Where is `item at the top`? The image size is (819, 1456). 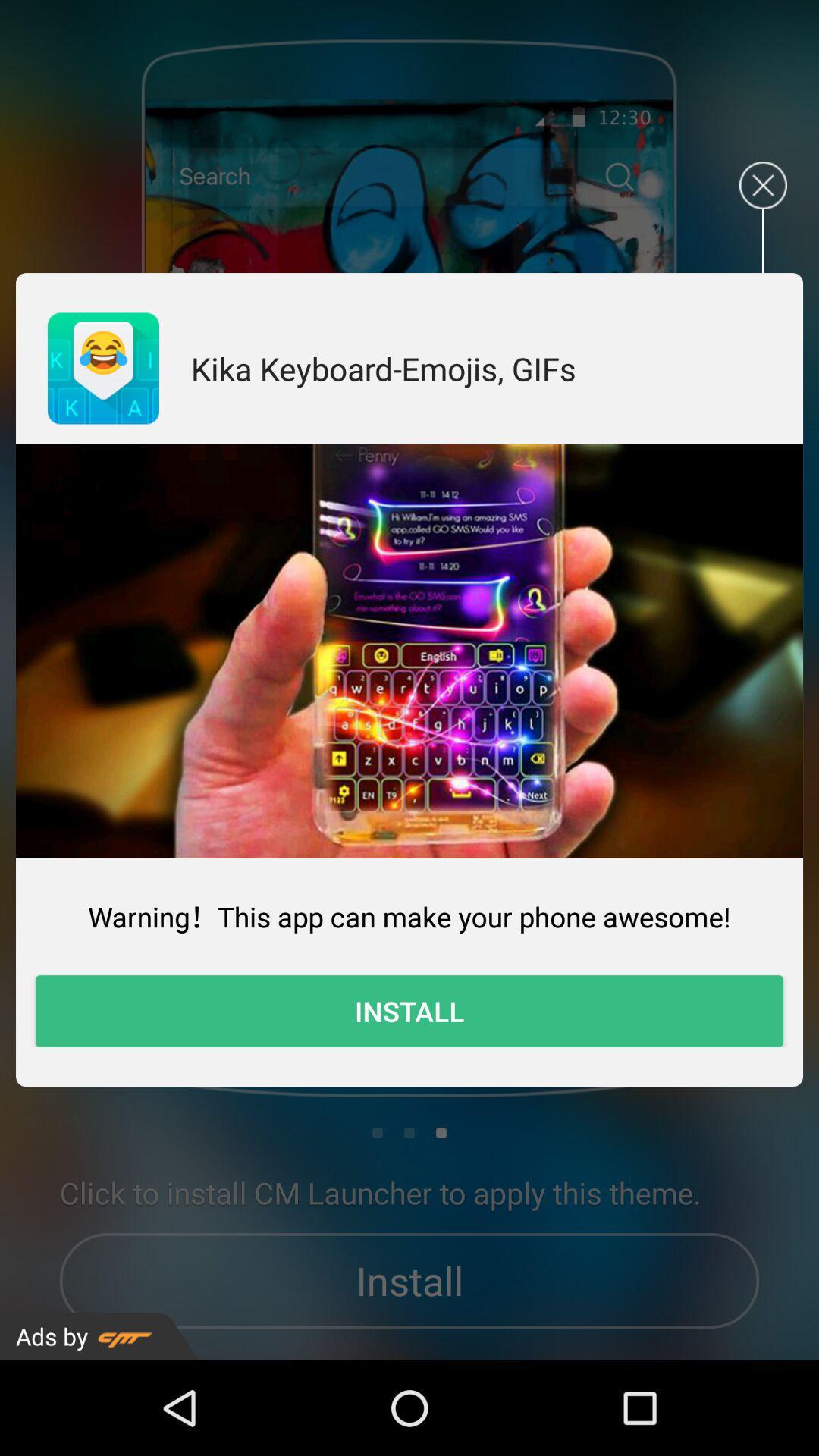
item at the top is located at coordinates (382, 368).